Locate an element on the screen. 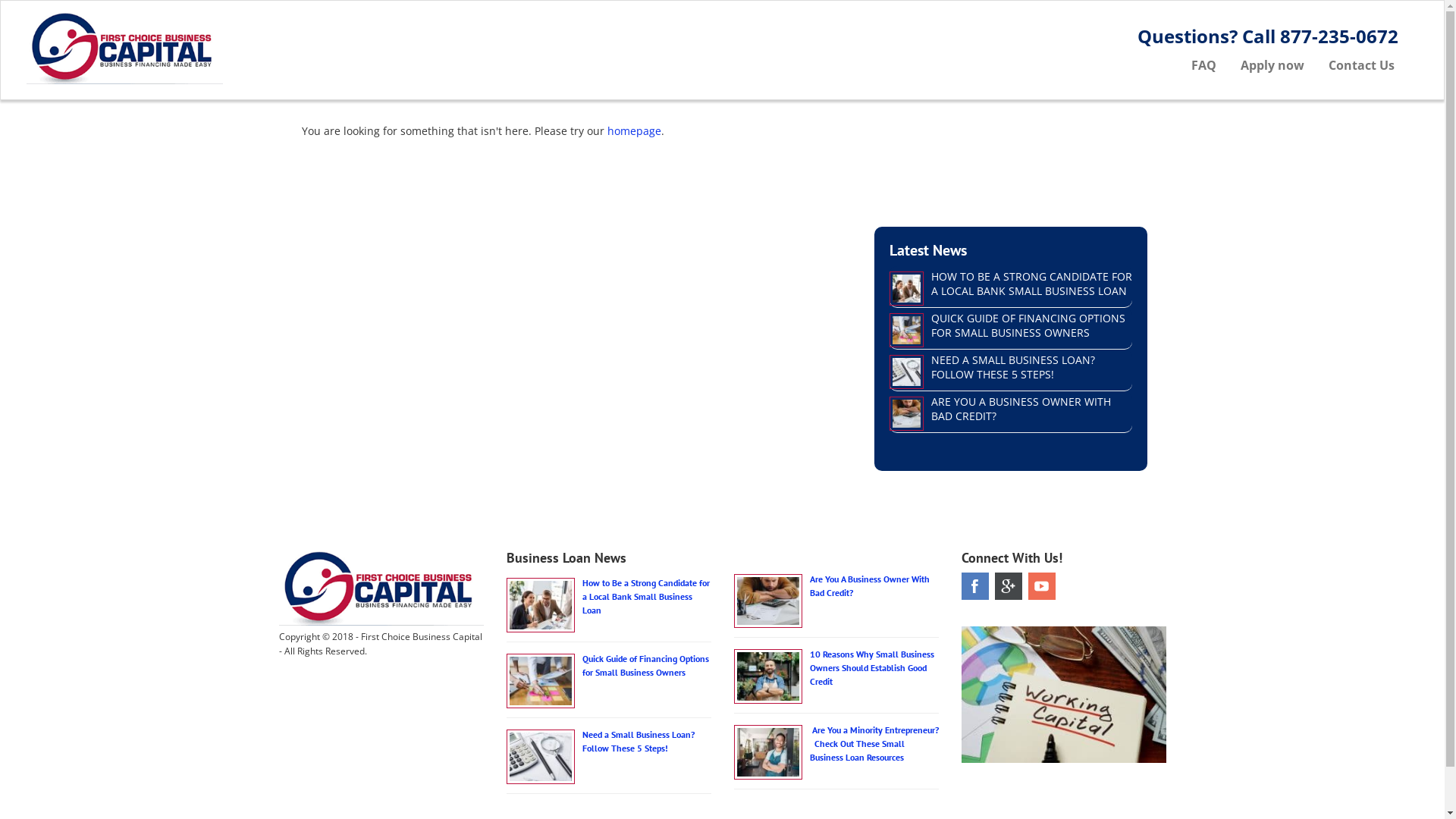 The image size is (1456, 819). 'Facebook' is located at coordinates (975, 585).